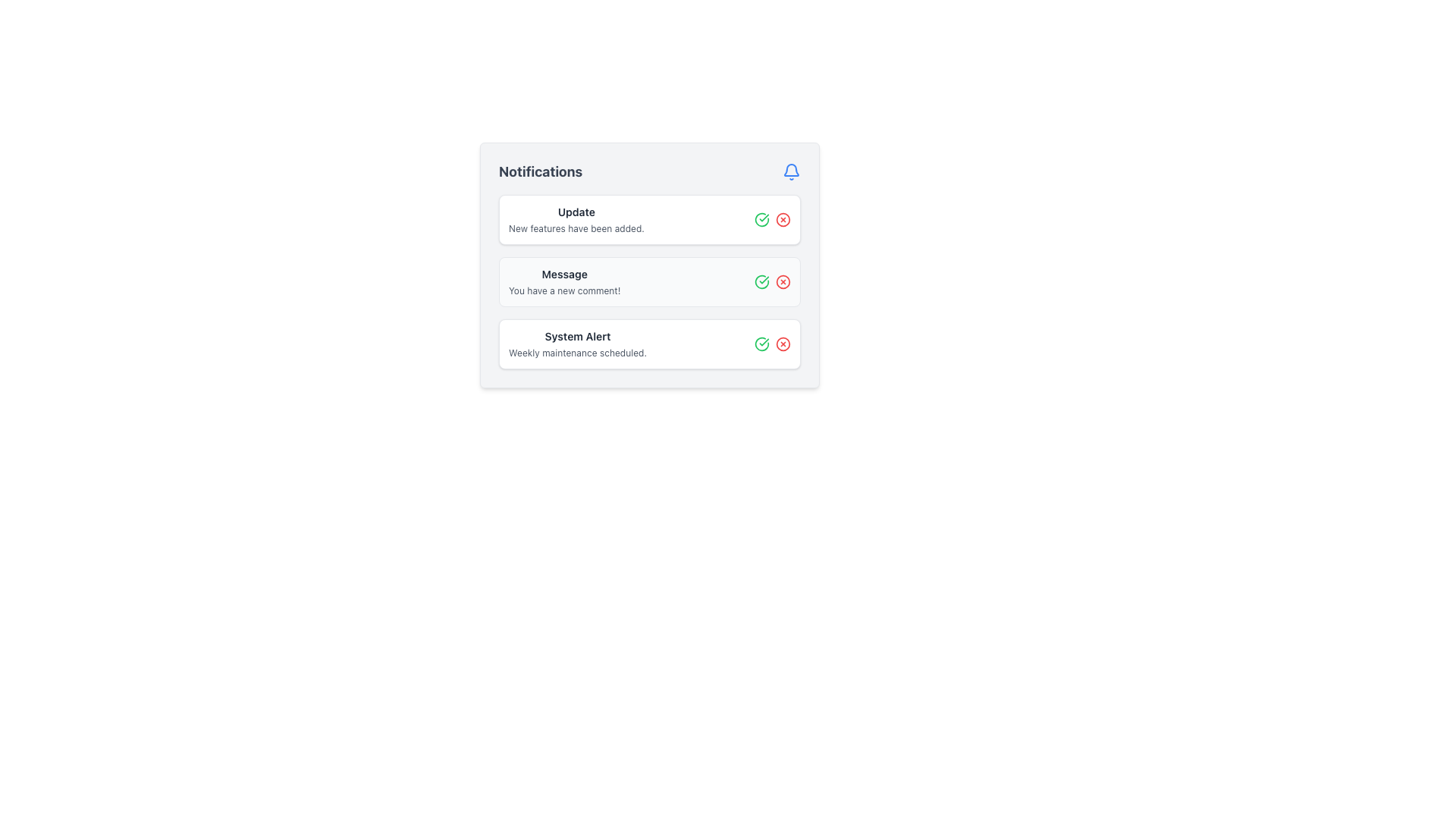 Image resolution: width=1456 pixels, height=819 pixels. What do you see at coordinates (563, 275) in the screenshot?
I see `the text label that serves as the title or category of the second notification in the notifications panel, located between the 'Update' notification and the 'System Alert' notification` at bounding box center [563, 275].